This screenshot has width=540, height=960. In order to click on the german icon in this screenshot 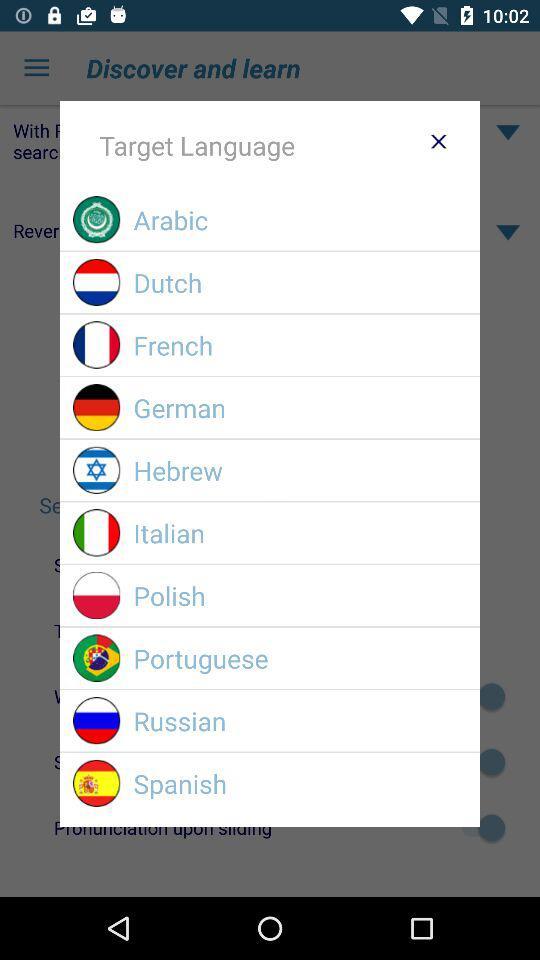, I will do `click(299, 406)`.